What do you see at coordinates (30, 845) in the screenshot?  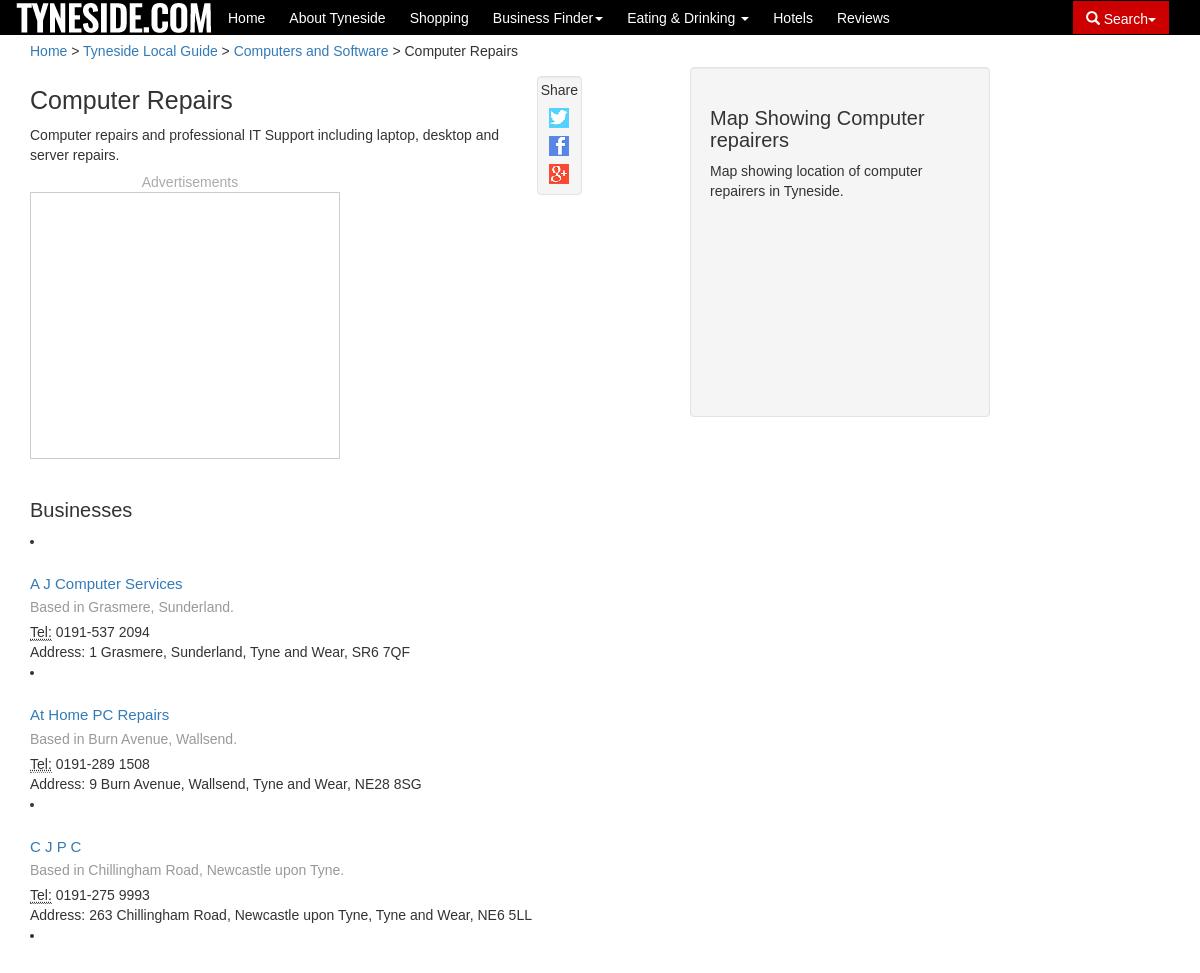 I see `'C J P C'` at bounding box center [30, 845].